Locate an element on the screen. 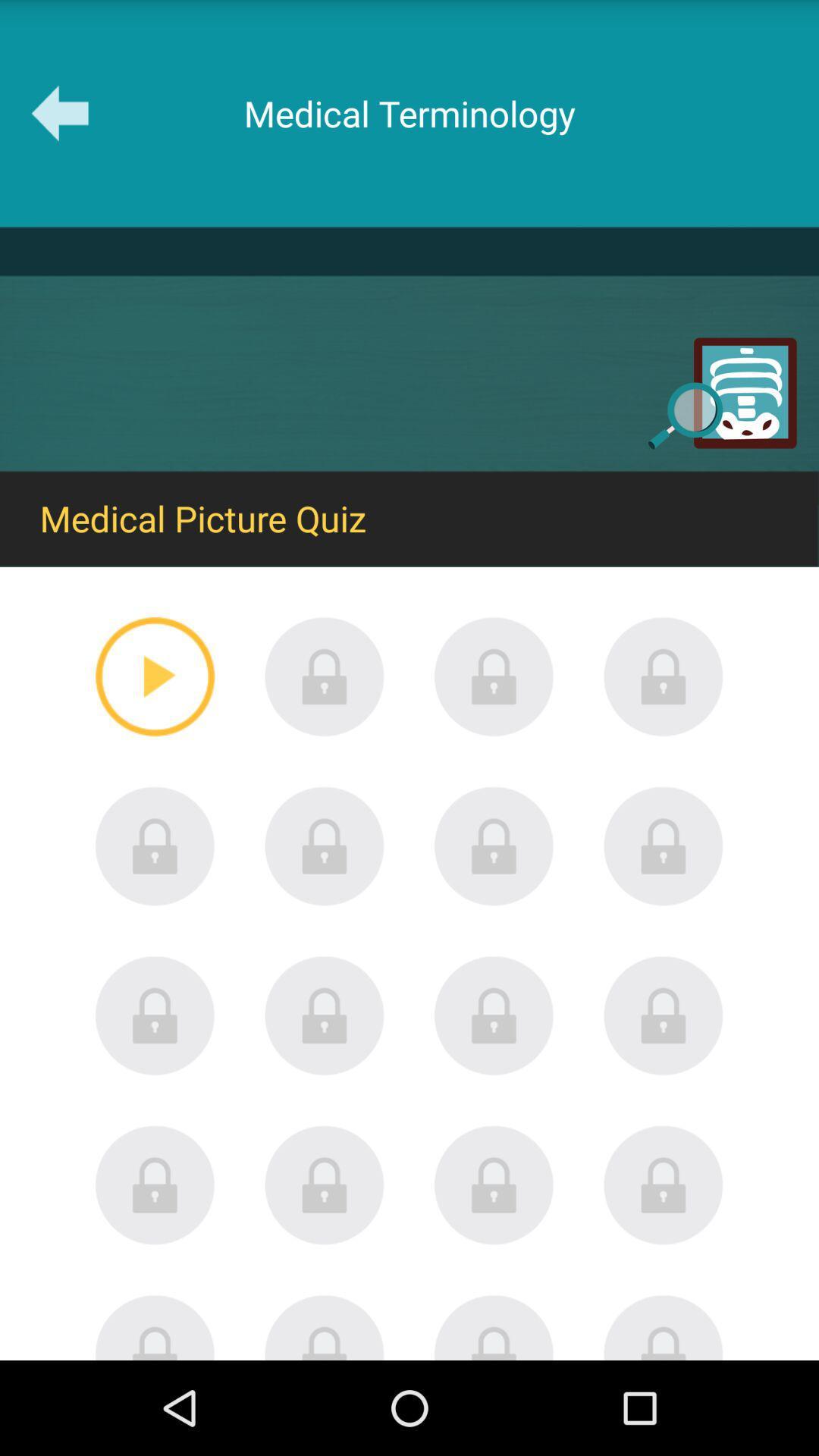  the lock icon is located at coordinates (324, 905).